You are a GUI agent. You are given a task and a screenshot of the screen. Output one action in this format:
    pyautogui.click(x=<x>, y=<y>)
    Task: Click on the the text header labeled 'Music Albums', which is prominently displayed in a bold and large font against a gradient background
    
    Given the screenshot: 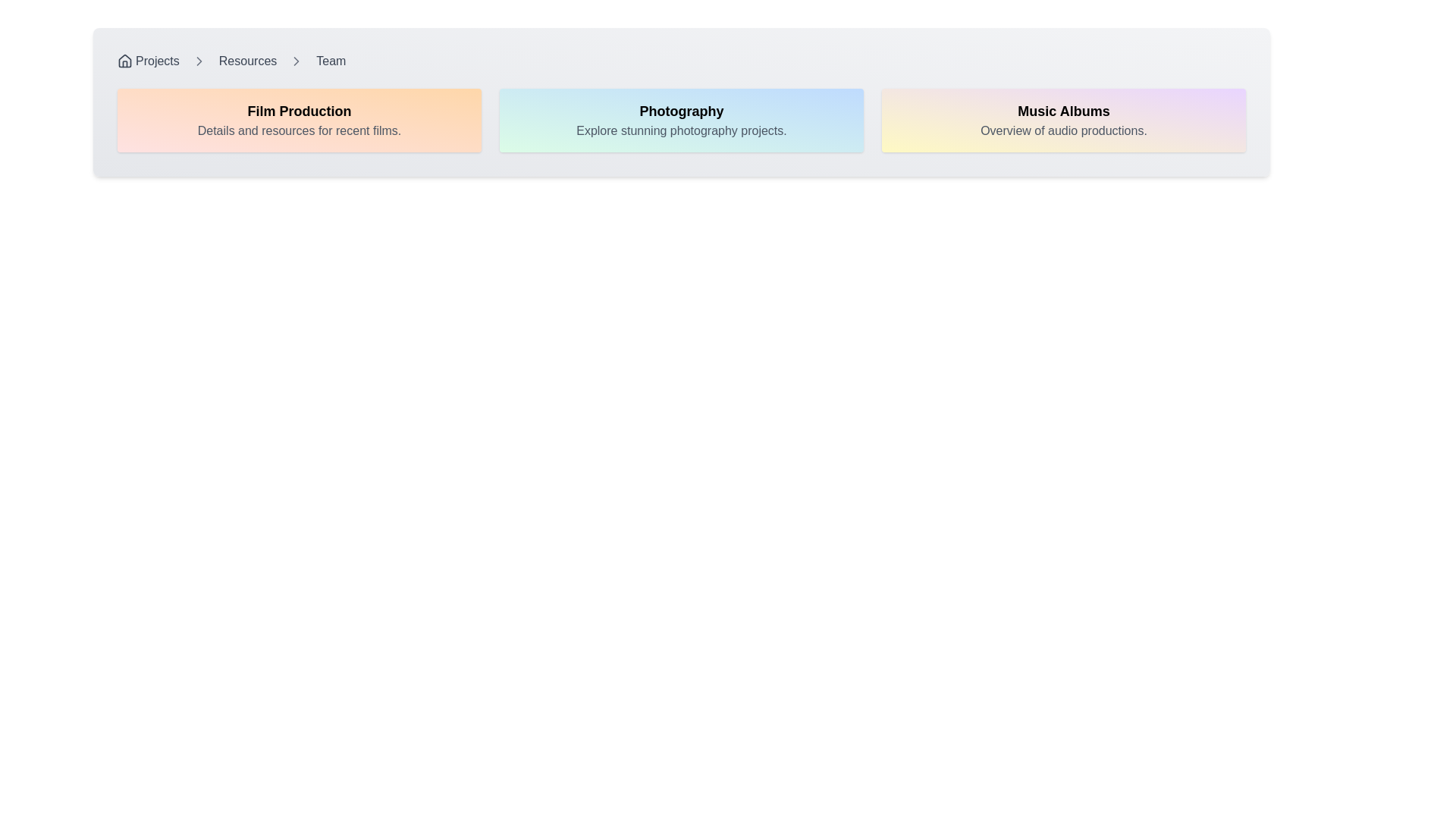 What is the action you would take?
    pyautogui.click(x=1062, y=110)
    